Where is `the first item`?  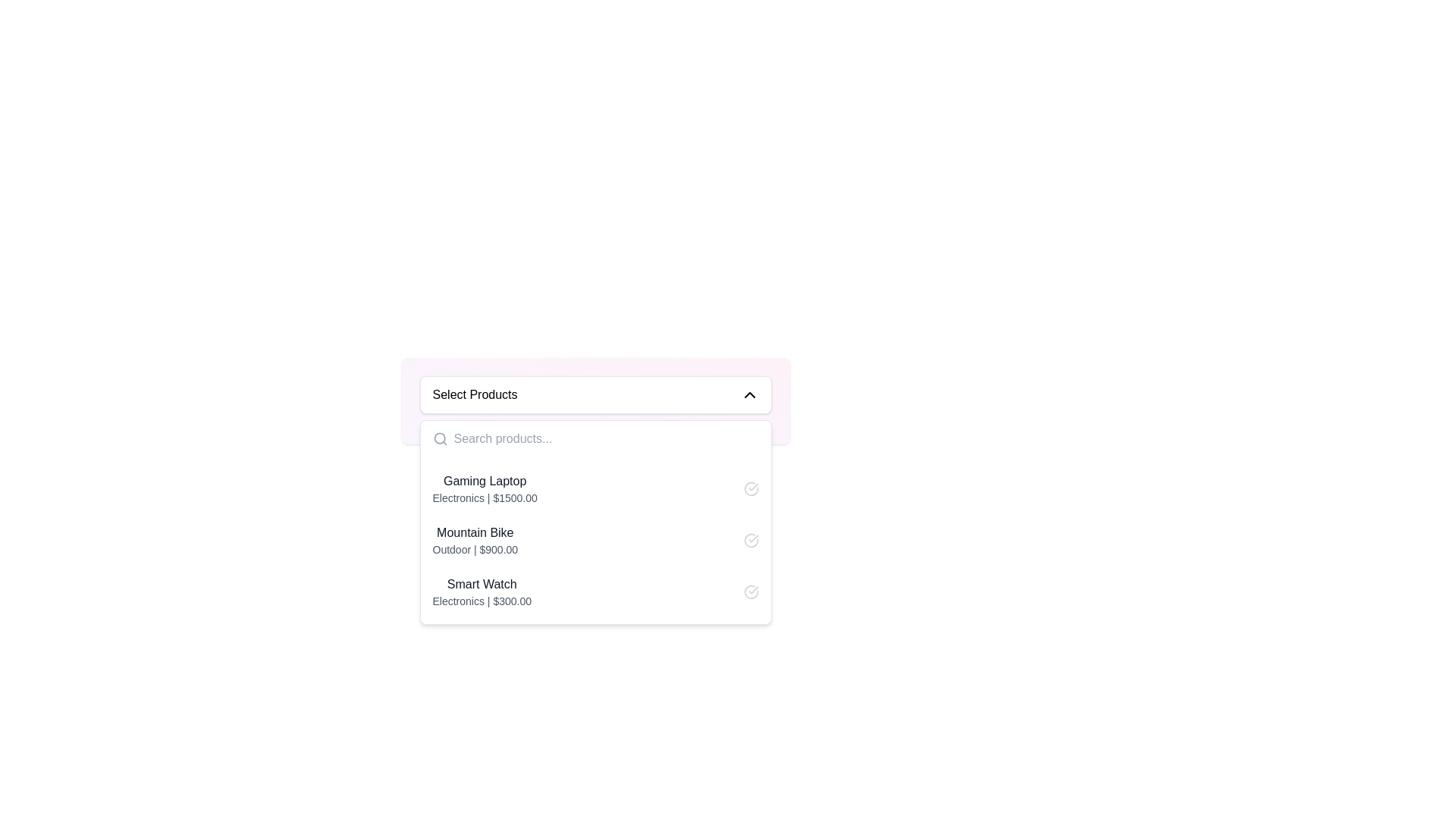
the first item is located at coordinates (484, 488).